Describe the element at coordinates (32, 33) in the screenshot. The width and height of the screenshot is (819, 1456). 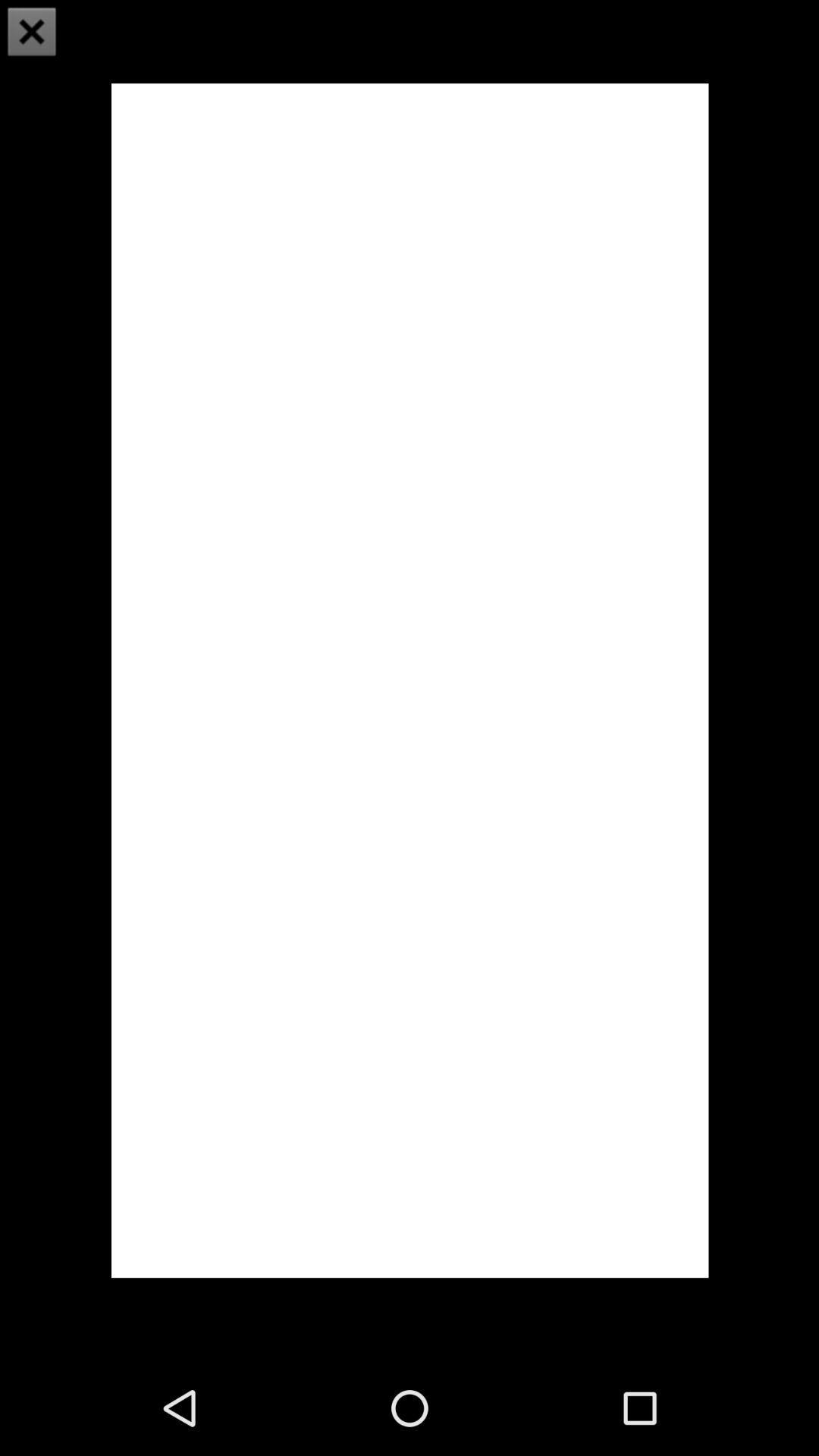
I see `the close icon` at that location.